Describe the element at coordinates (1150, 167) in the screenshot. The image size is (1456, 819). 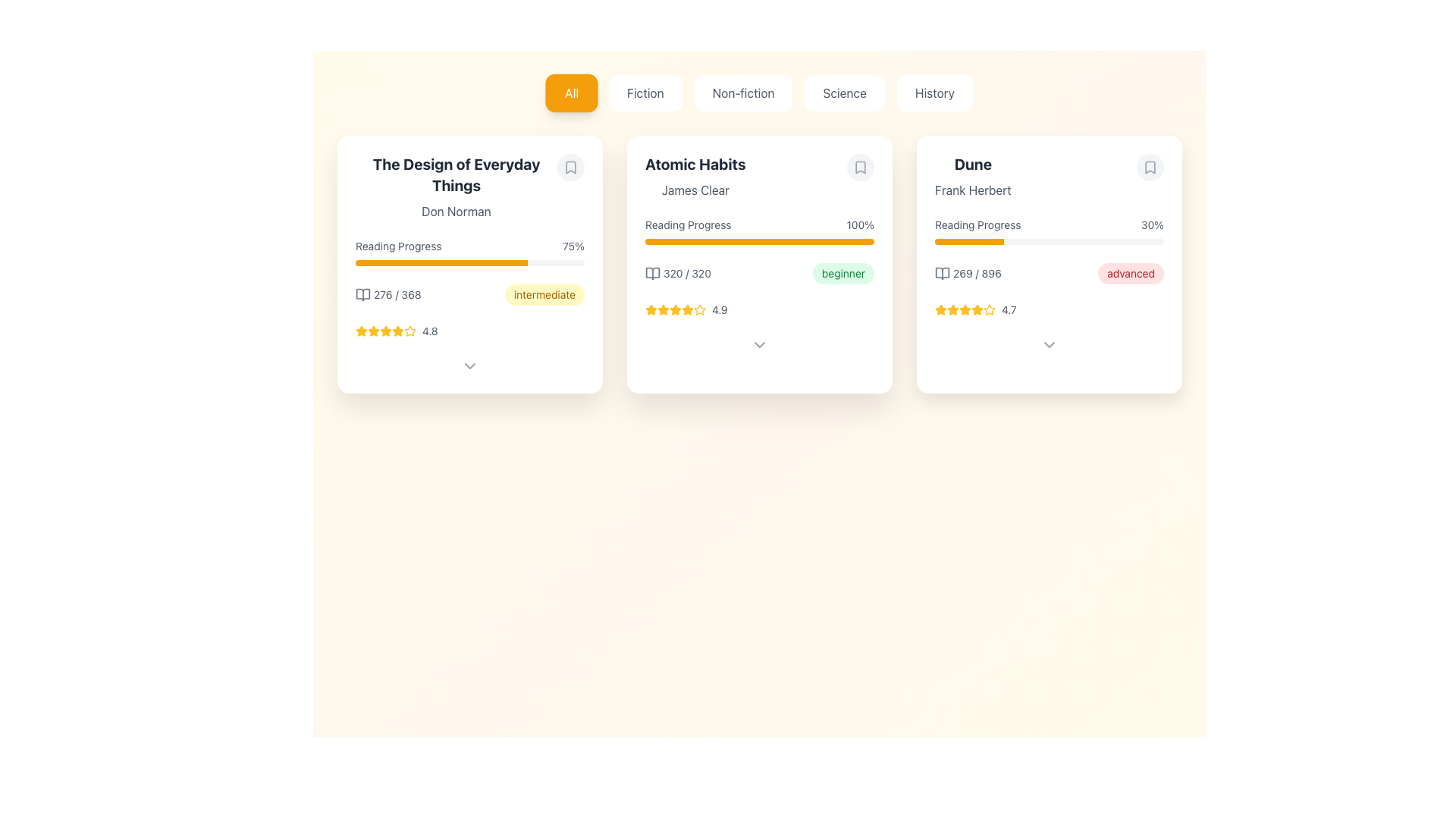
I see `the bookmark icon located in the top-right corner of the card displaying details for the book 'Dune', which is non-interactive in this context` at that location.